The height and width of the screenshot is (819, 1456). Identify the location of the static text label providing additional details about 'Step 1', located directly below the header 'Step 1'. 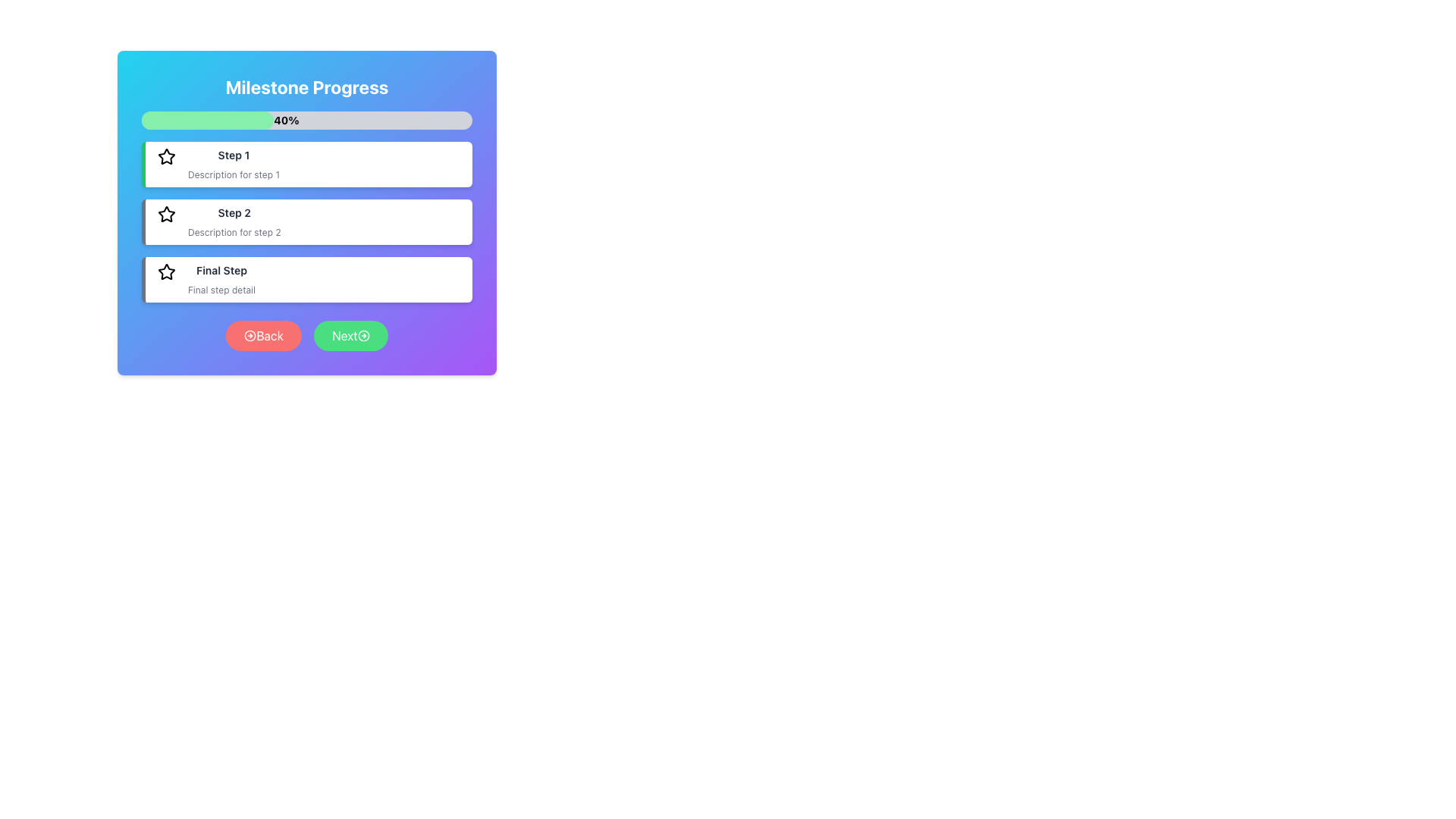
(233, 174).